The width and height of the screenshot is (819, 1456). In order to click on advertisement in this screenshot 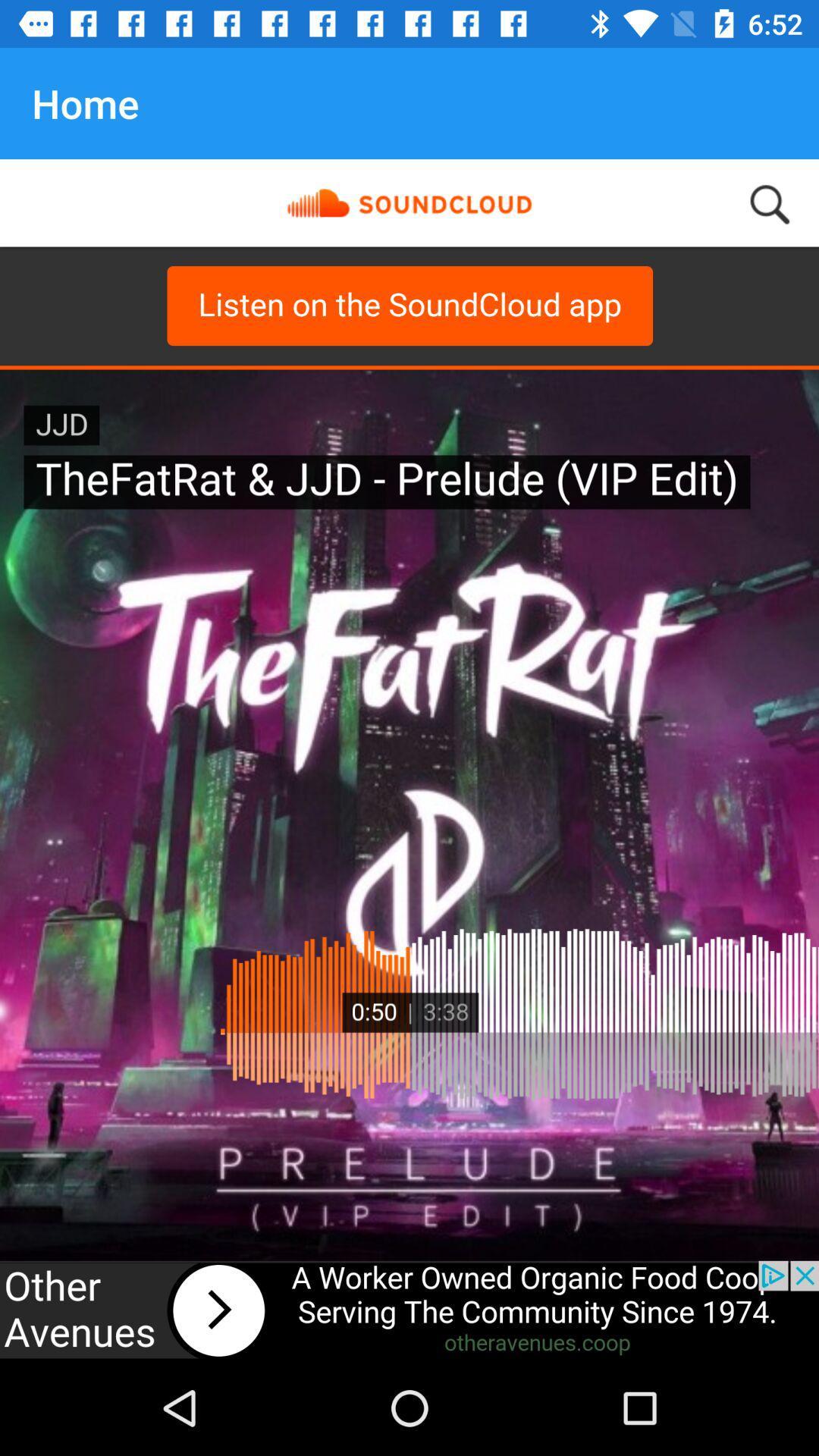, I will do `click(409, 1310)`.